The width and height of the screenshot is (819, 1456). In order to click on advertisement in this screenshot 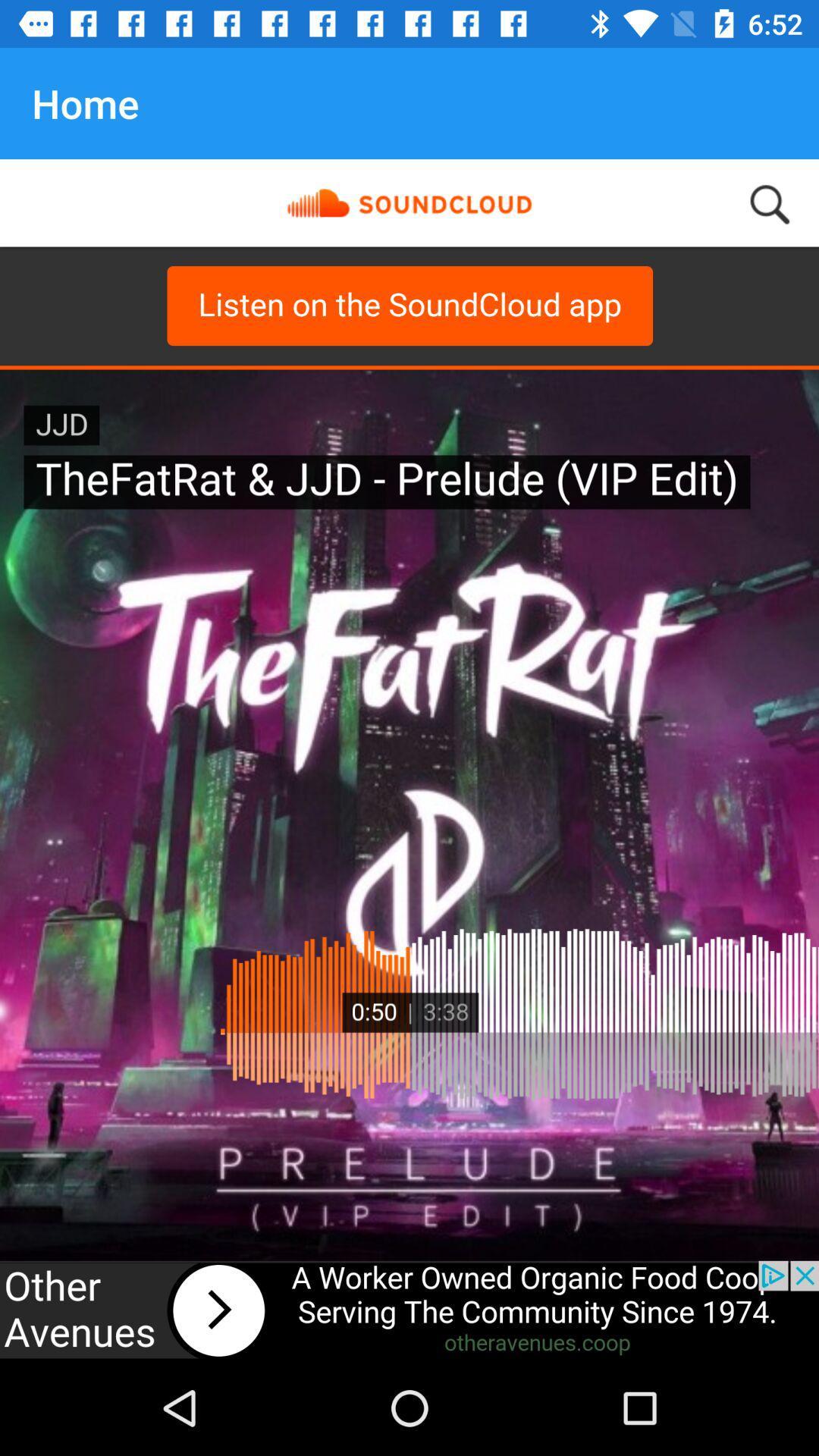, I will do `click(409, 1310)`.